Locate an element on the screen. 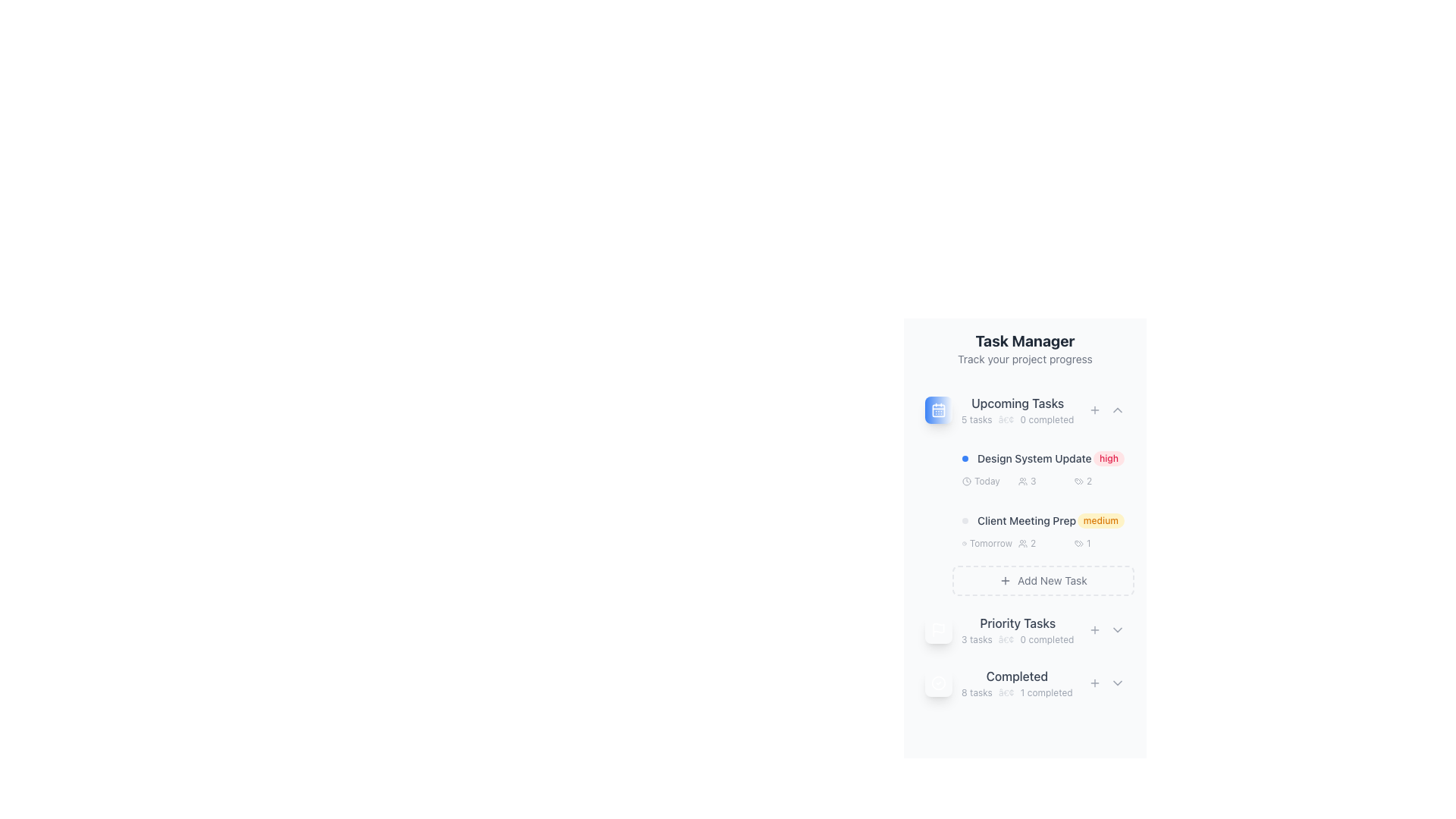 The image size is (1456, 819). the List Item Header labeled 'Priority Tasks' is located at coordinates (999, 629).